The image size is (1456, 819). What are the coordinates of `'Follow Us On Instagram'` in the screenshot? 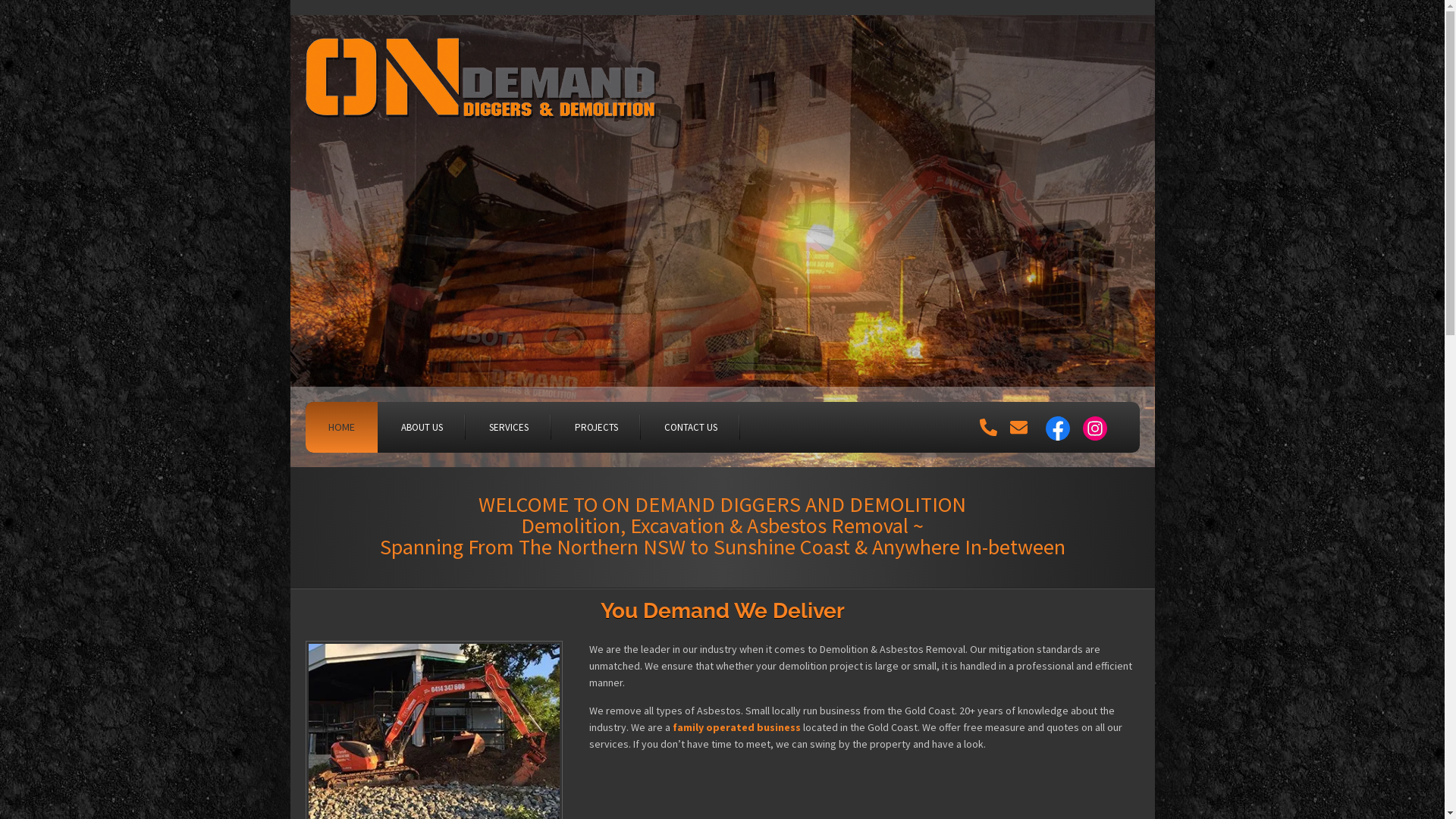 It's located at (1095, 428).